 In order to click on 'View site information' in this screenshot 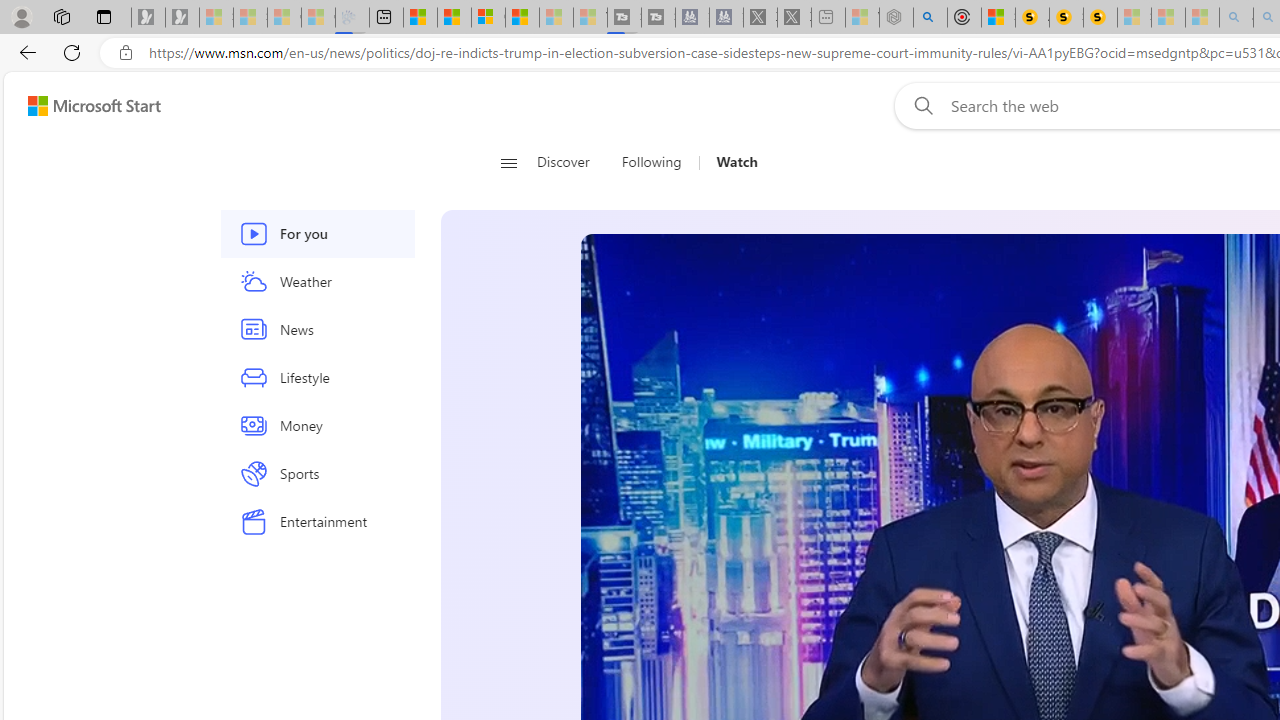, I will do `click(125, 52)`.